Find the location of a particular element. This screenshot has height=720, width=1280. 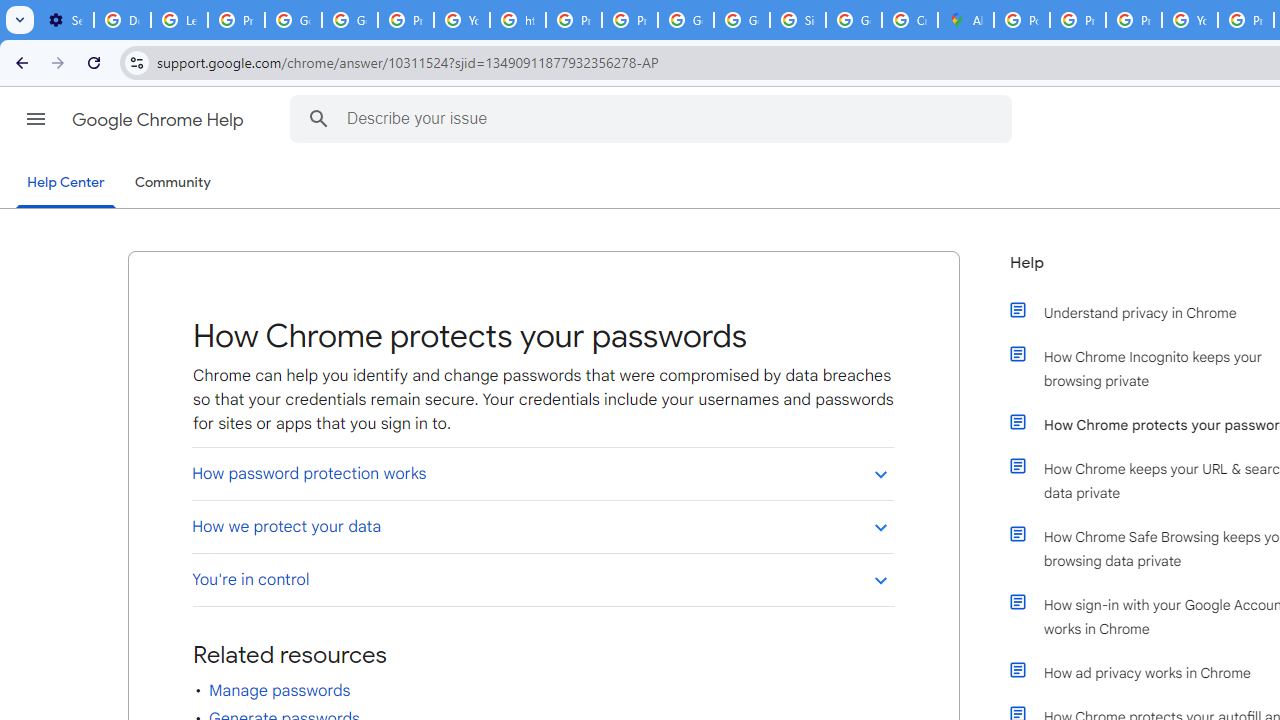

'Policy Accountability and Transparency - Transparency Center' is located at coordinates (1022, 20).